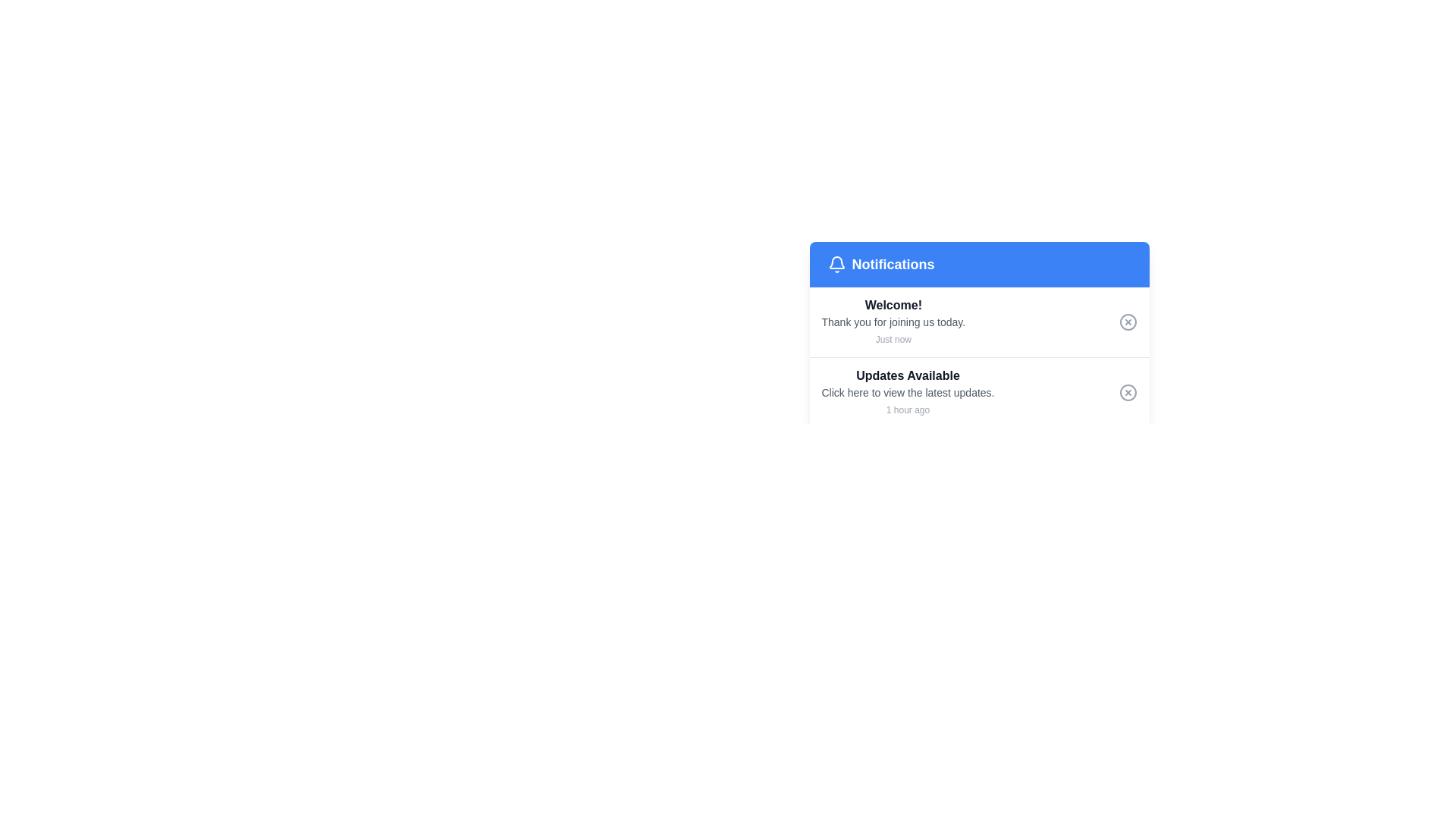 The height and width of the screenshot is (819, 1456). Describe the element at coordinates (1128, 391) in the screenshot. I see `the circular SVG element with a blue border, part of the crossed-out circle icon, located to the far right of the 'Updates Available' notification in the sidebar interface` at that location.